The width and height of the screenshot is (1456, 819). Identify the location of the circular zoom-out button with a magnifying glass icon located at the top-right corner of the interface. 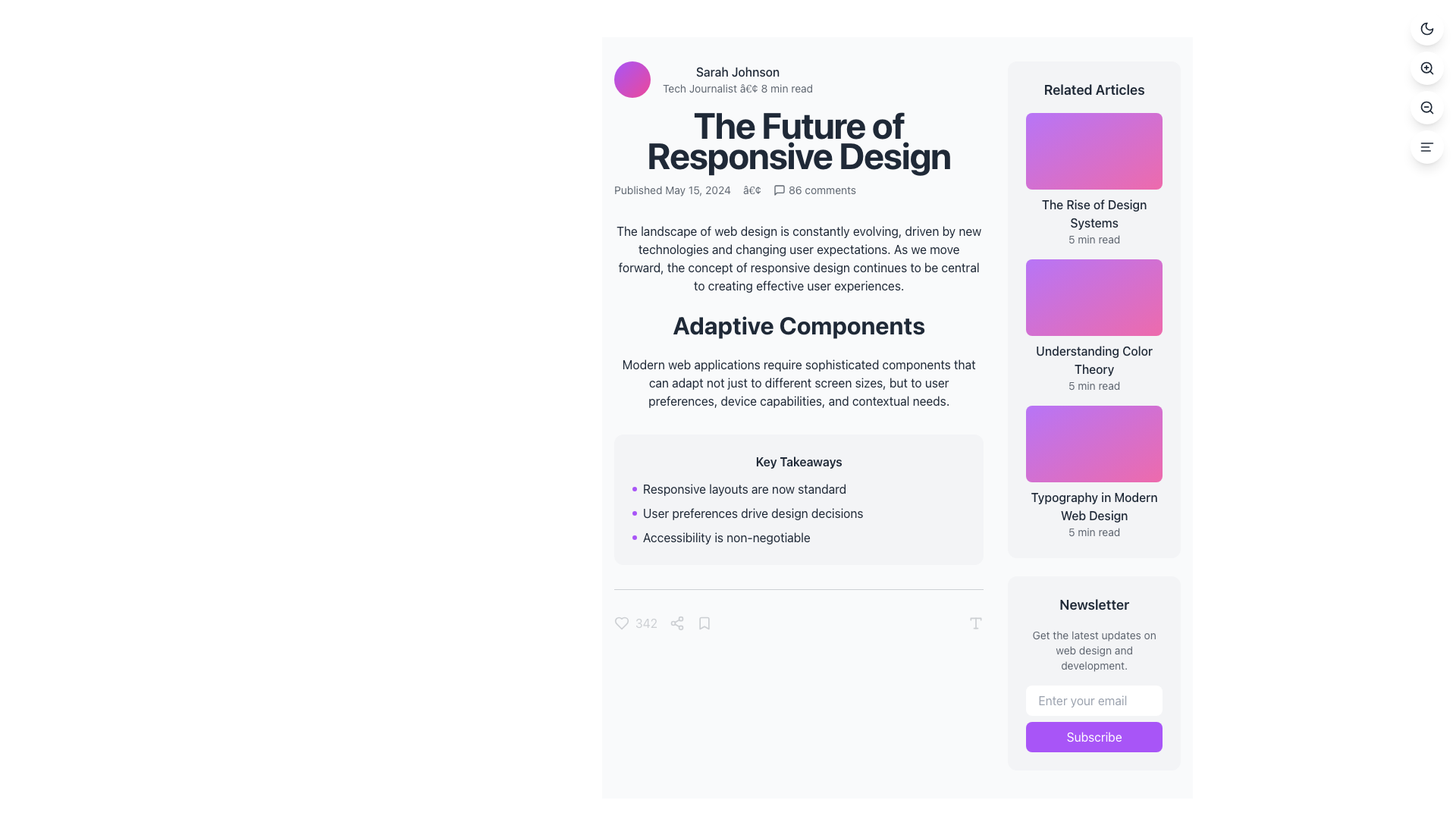
(1426, 107).